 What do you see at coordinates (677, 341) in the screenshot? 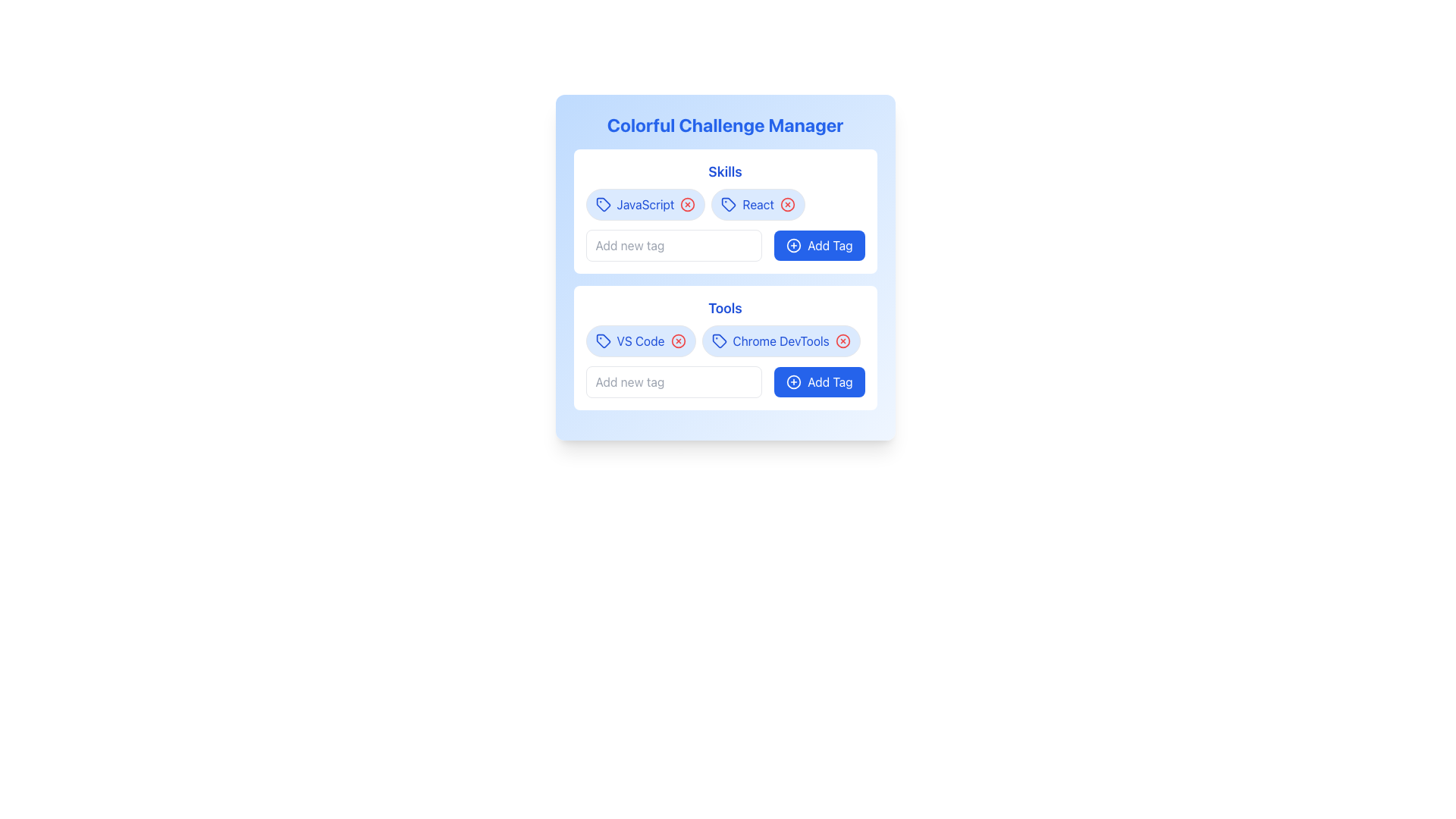
I see `the circular delete icon with a hollow center and a cross mark in the middle, which is part of the tag component for 'VS Code' under 'Tools'` at bounding box center [677, 341].